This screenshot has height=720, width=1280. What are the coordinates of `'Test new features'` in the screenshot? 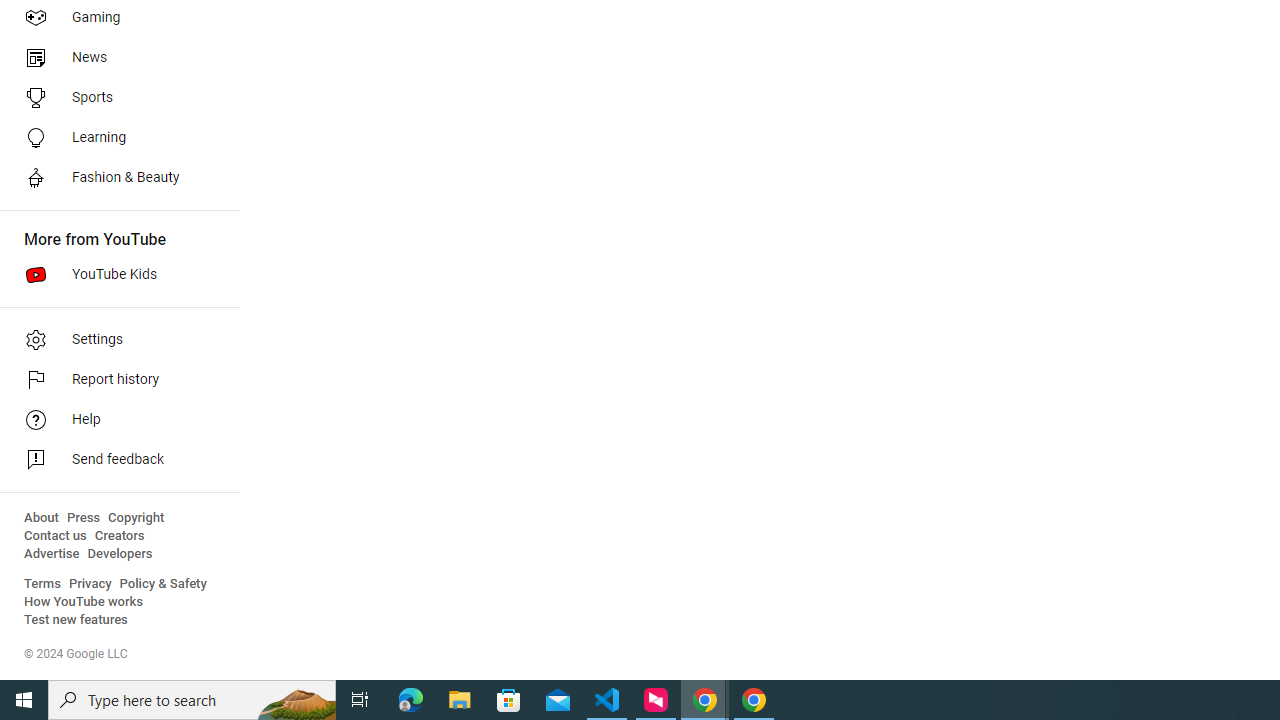 It's located at (76, 619).